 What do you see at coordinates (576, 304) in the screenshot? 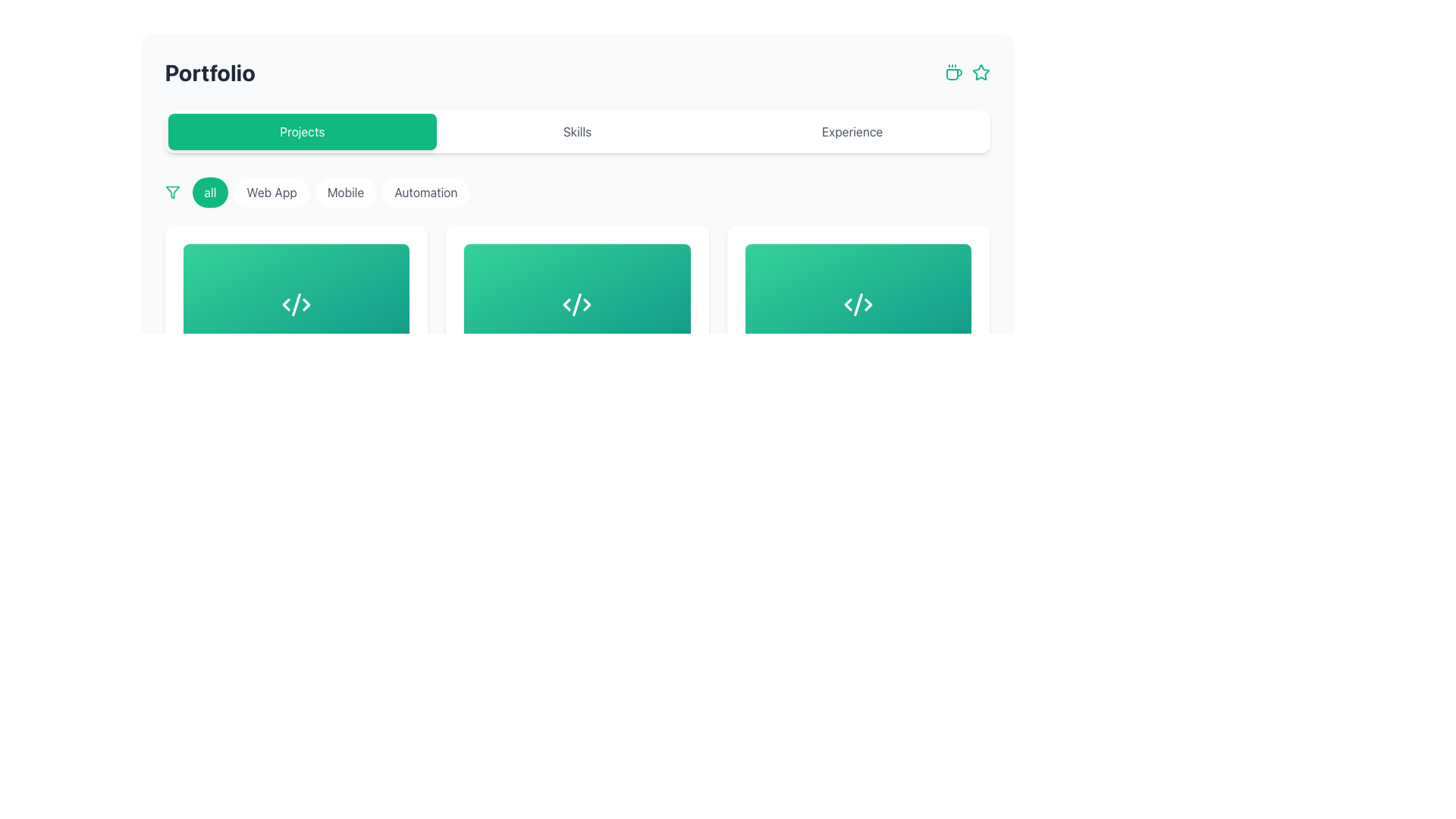
I see `to select or activate the project card, which is the middle card in a row of three similar cards within a grid layout` at bounding box center [576, 304].